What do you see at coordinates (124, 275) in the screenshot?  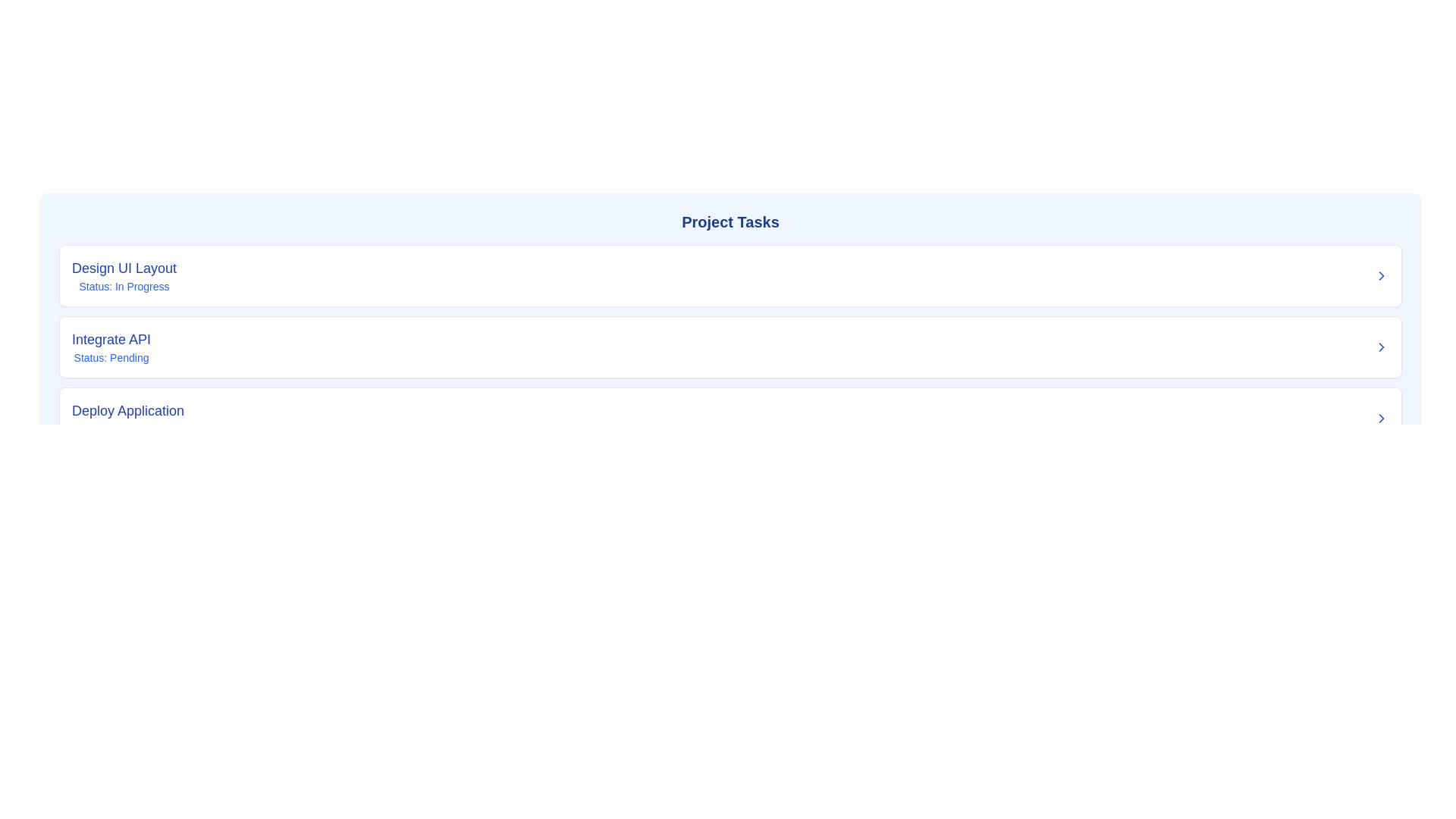 I see `text displayed in the title of the task ('Design UI Layout') and its current status ('In Progress') in the first row of task cards under the 'Project Tasks' section` at bounding box center [124, 275].